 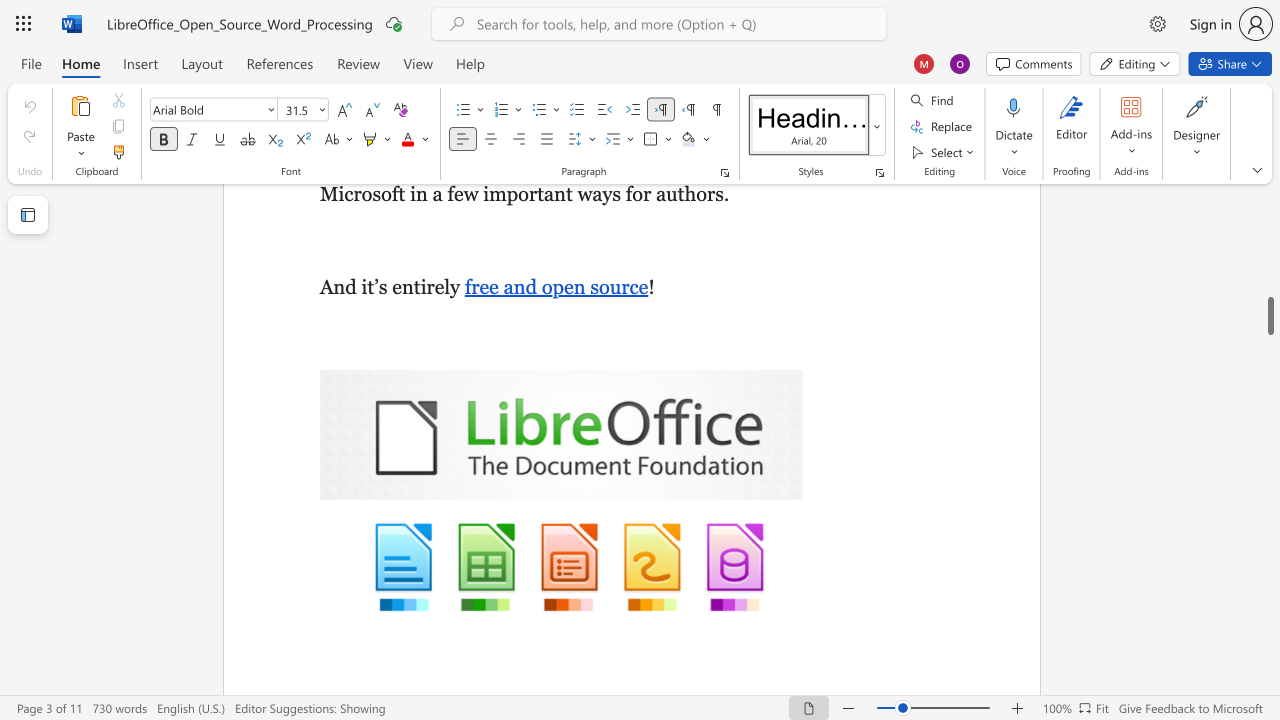 I want to click on the scrollbar, so click(x=1269, y=310).